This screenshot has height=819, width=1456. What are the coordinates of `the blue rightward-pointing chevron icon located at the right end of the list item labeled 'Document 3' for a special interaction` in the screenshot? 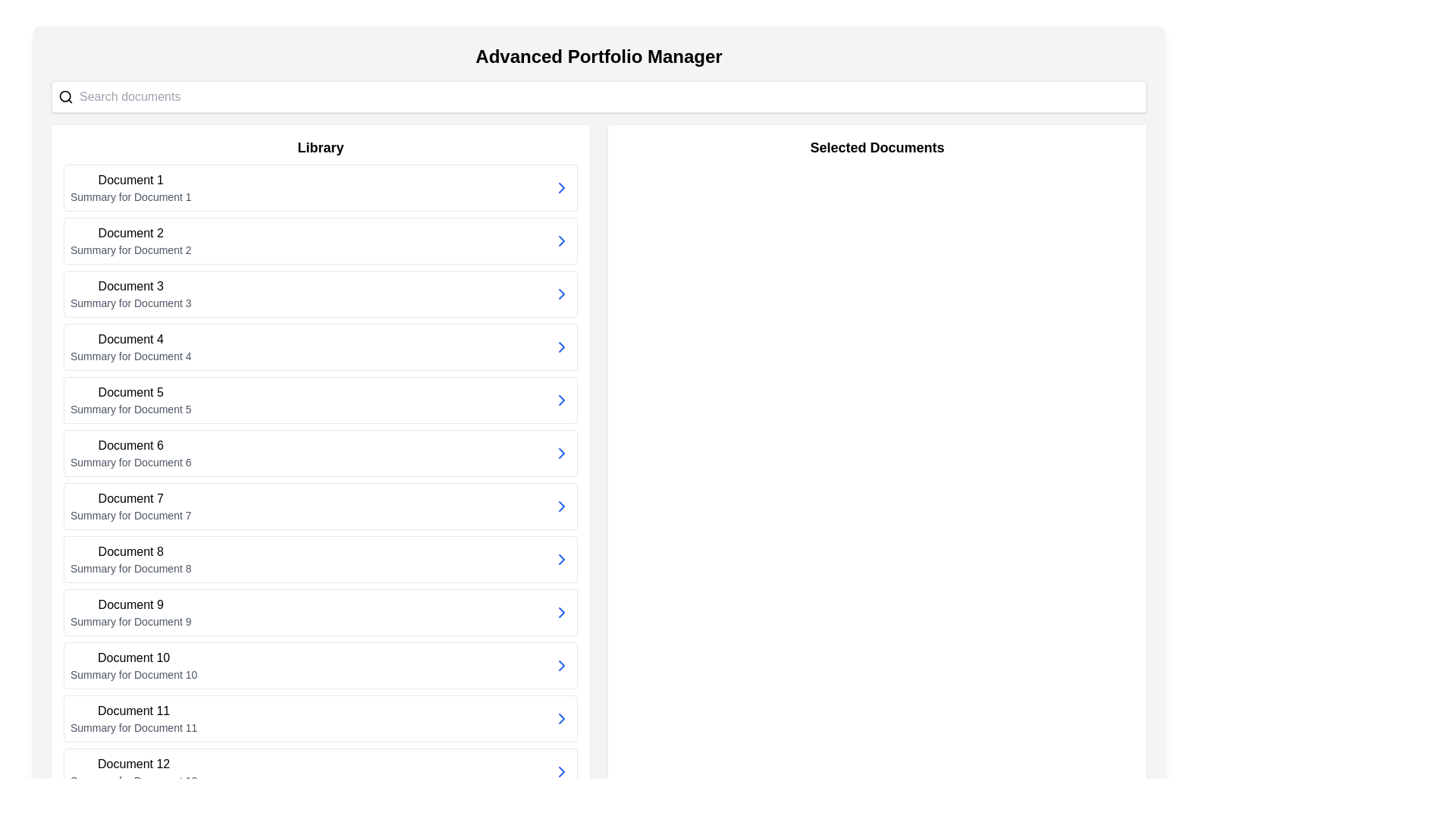 It's located at (560, 294).